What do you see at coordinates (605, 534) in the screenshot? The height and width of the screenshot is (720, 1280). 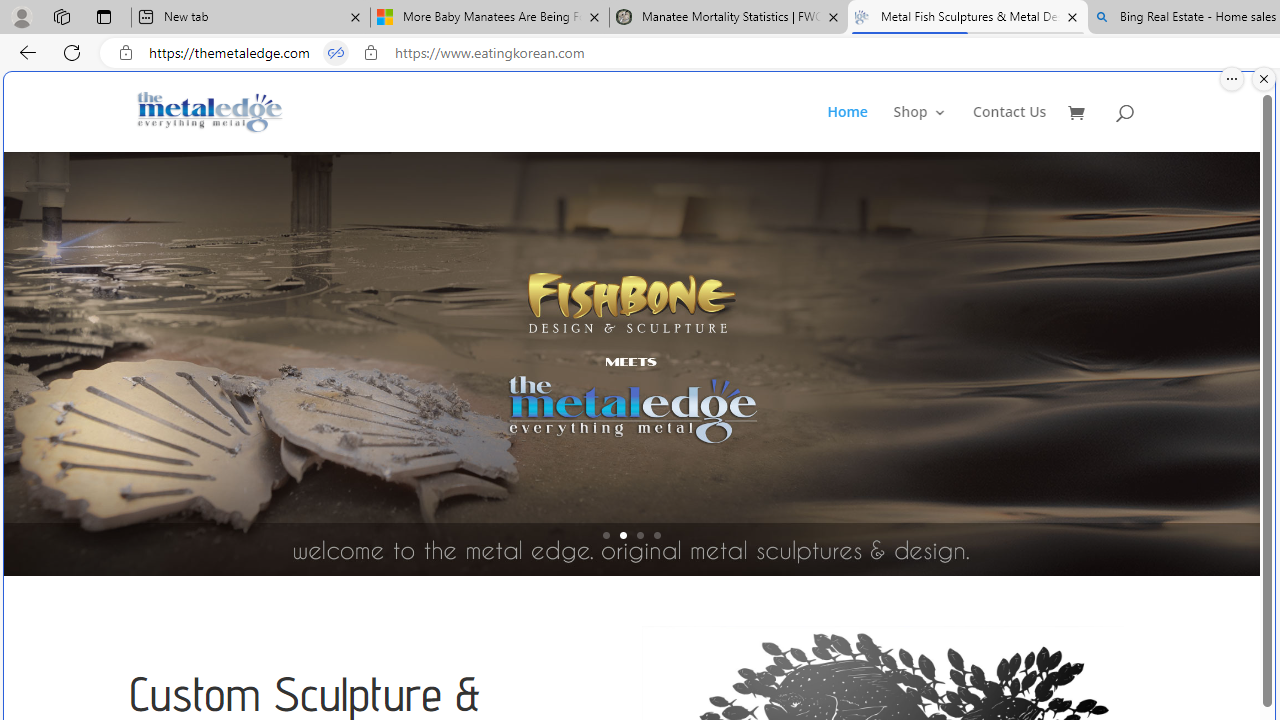 I see `'1'` at bounding box center [605, 534].